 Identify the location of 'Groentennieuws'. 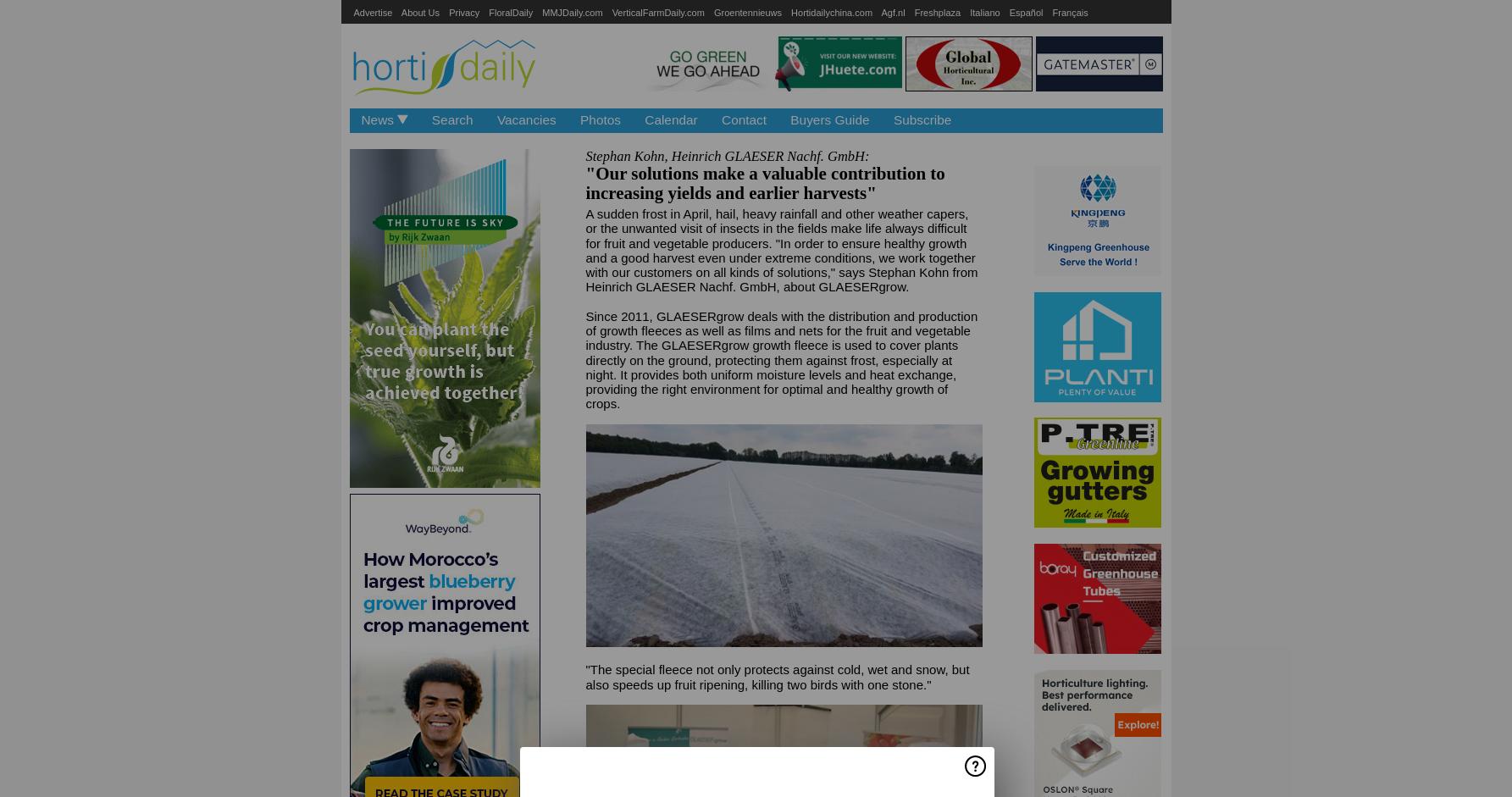
(747, 12).